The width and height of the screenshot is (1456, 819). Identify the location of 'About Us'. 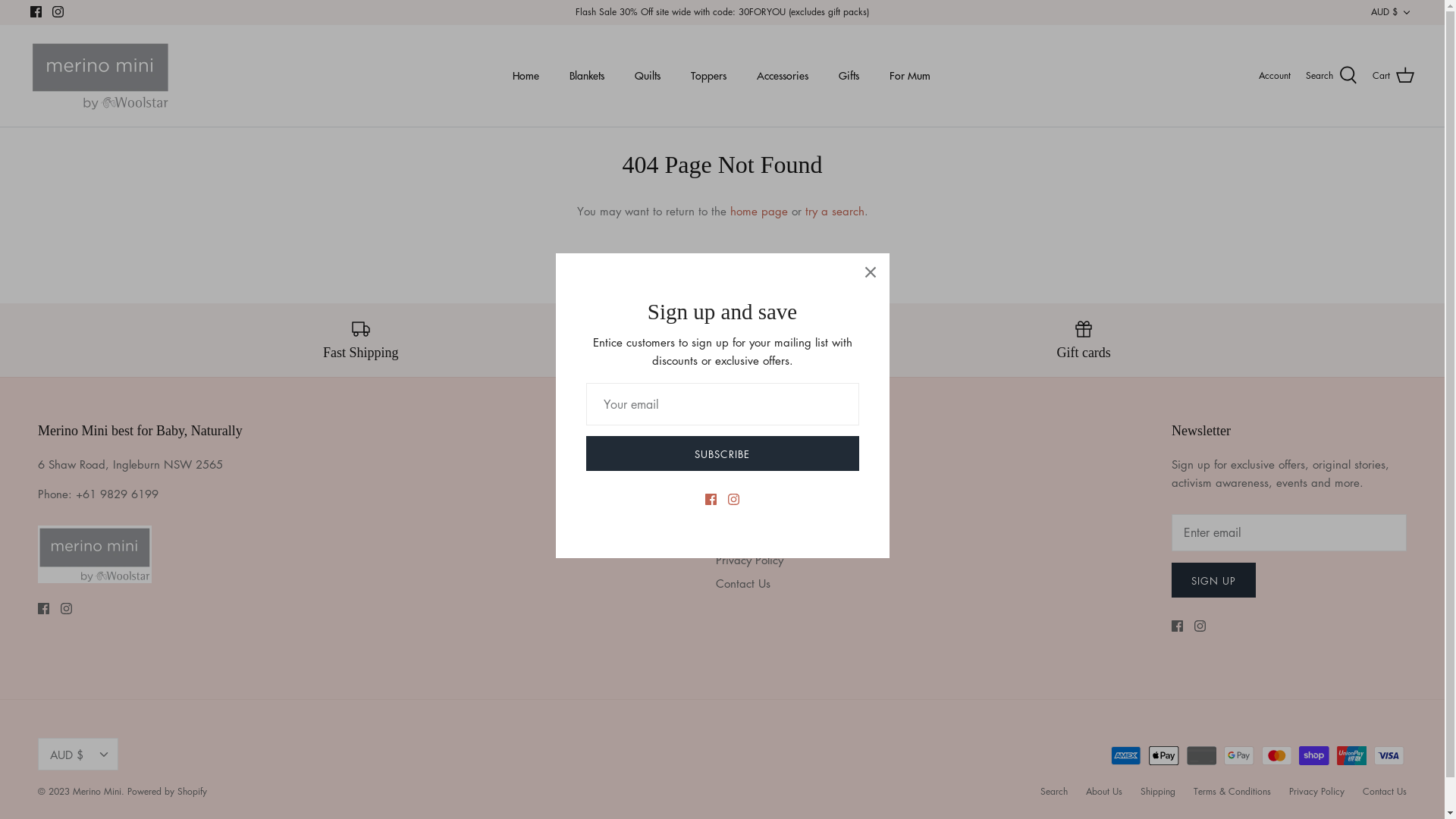
(1103, 790).